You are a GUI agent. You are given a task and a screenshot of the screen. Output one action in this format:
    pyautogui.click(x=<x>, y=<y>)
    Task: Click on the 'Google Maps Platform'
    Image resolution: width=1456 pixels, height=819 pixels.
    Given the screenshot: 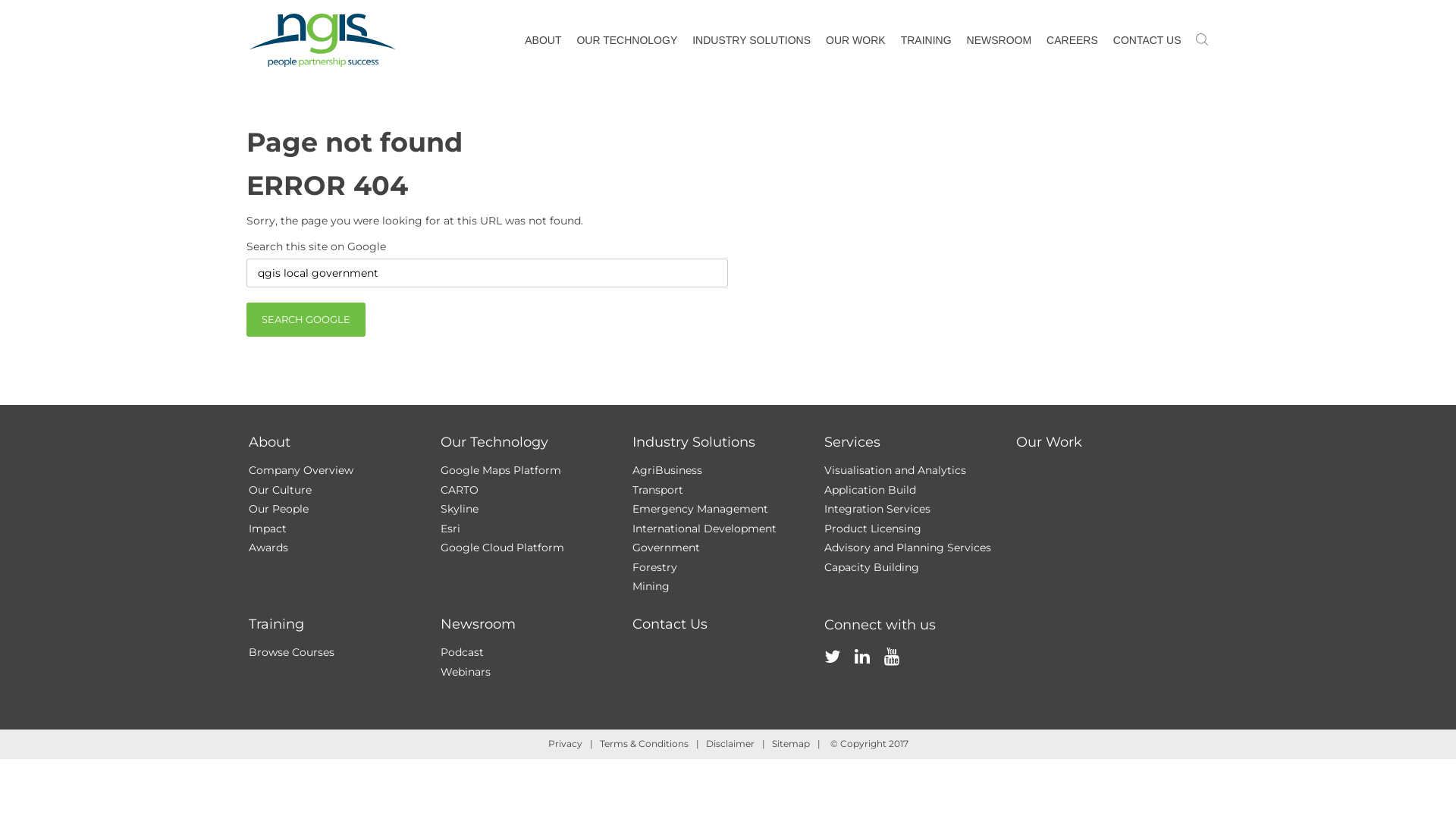 What is the action you would take?
    pyautogui.click(x=500, y=469)
    